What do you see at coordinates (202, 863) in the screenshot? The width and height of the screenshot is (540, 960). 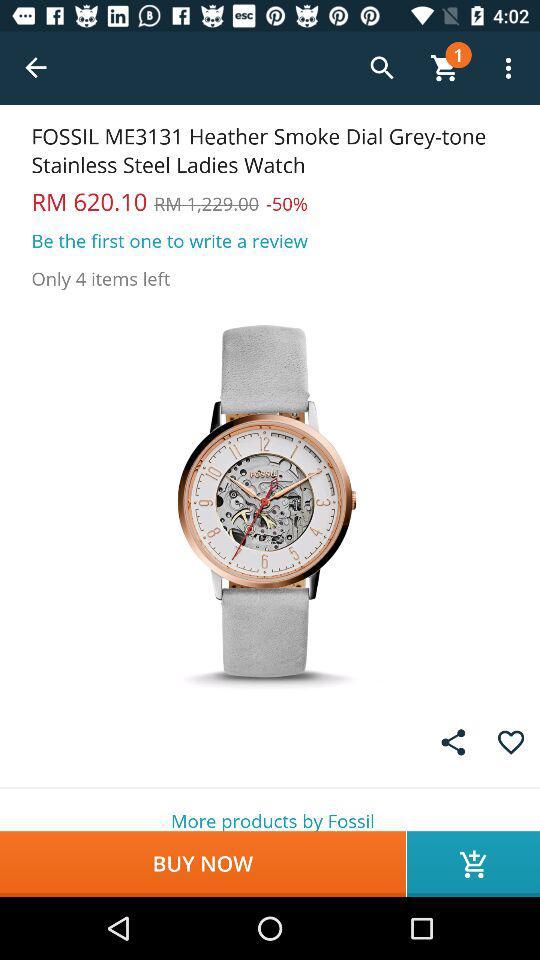 I see `the buy now icon` at bounding box center [202, 863].